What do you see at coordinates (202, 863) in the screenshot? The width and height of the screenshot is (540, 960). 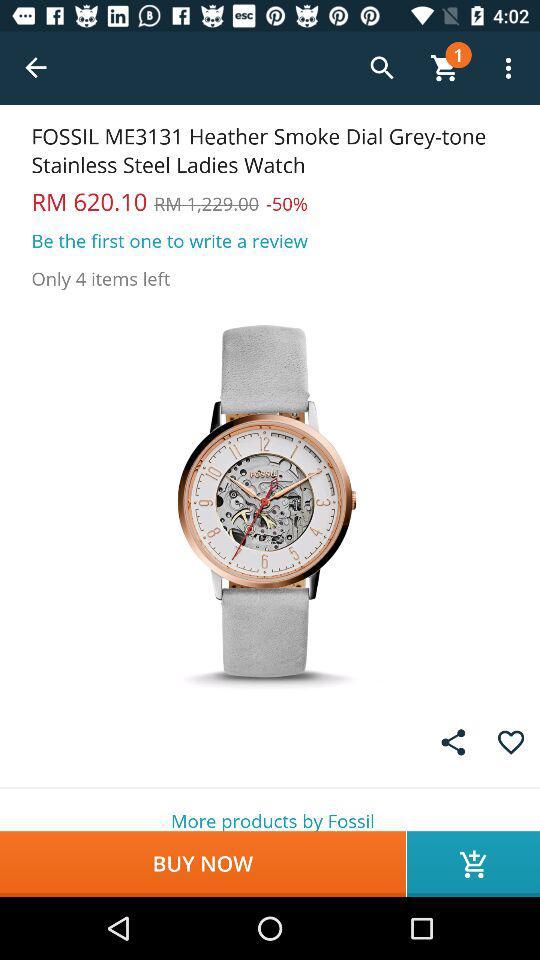 I see `the buy now icon` at bounding box center [202, 863].